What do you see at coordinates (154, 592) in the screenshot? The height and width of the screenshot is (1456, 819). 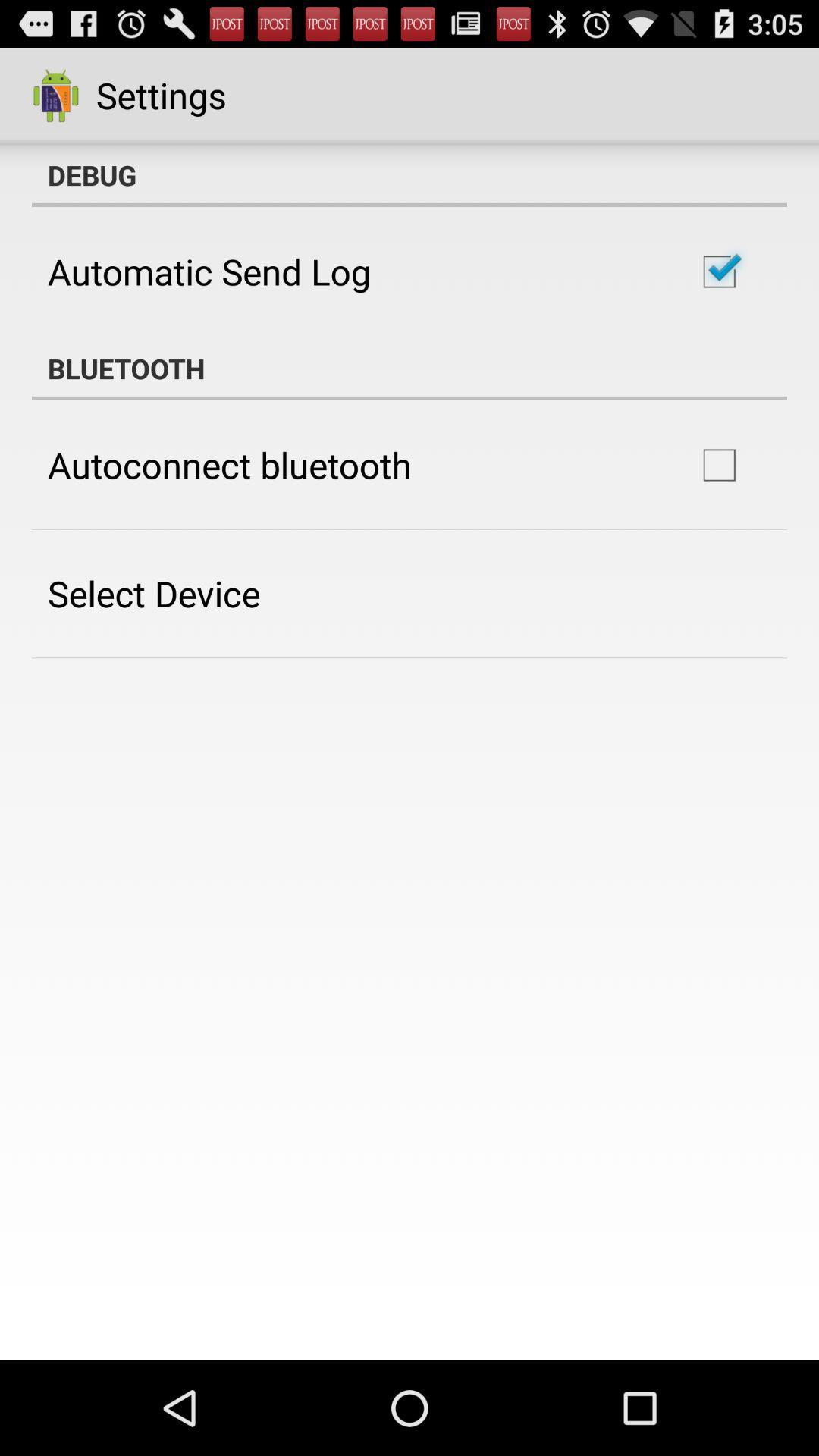 I see `select device app` at bounding box center [154, 592].